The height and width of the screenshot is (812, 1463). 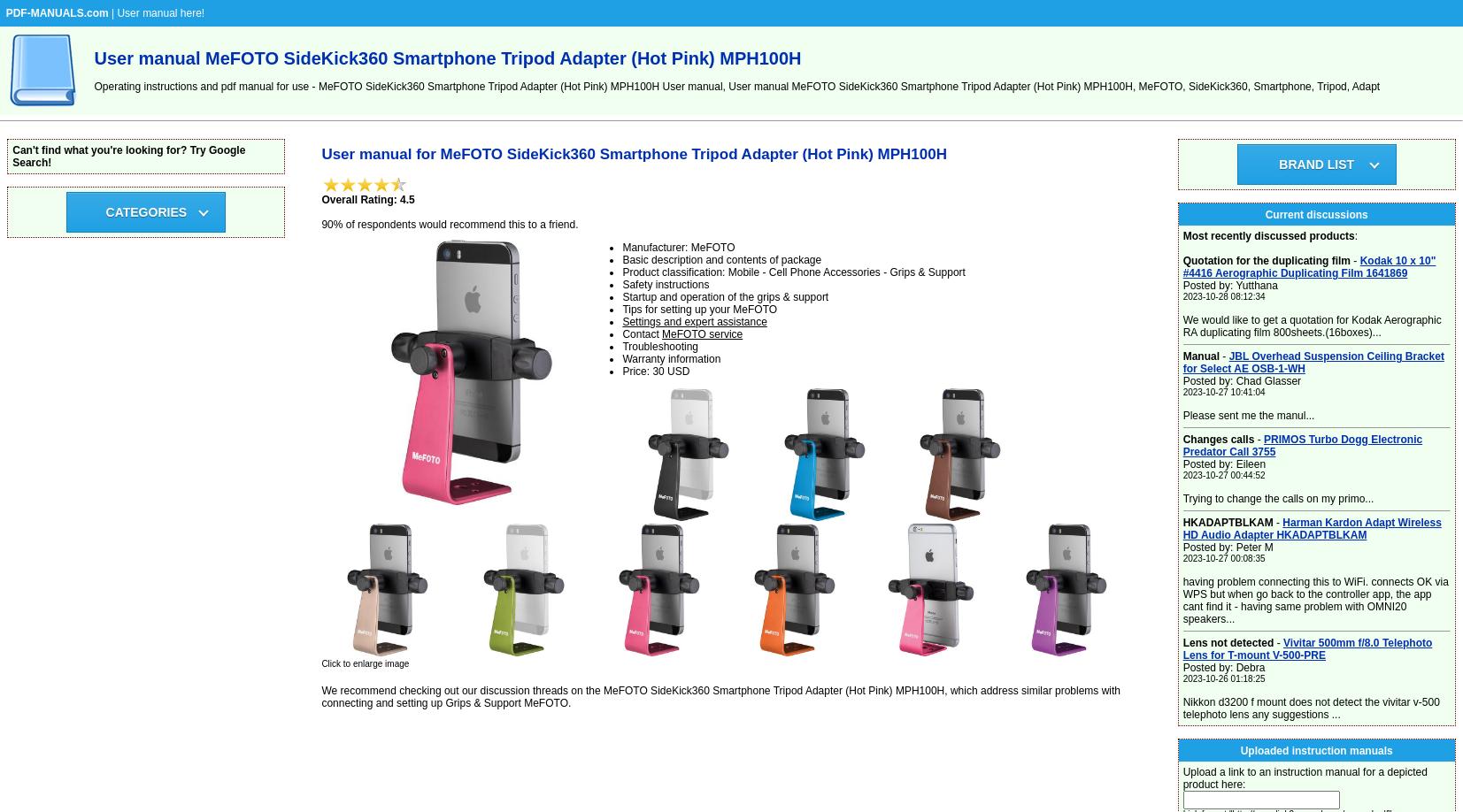 I want to click on 'Posted by: Yutthana', so click(x=1229, y=286).